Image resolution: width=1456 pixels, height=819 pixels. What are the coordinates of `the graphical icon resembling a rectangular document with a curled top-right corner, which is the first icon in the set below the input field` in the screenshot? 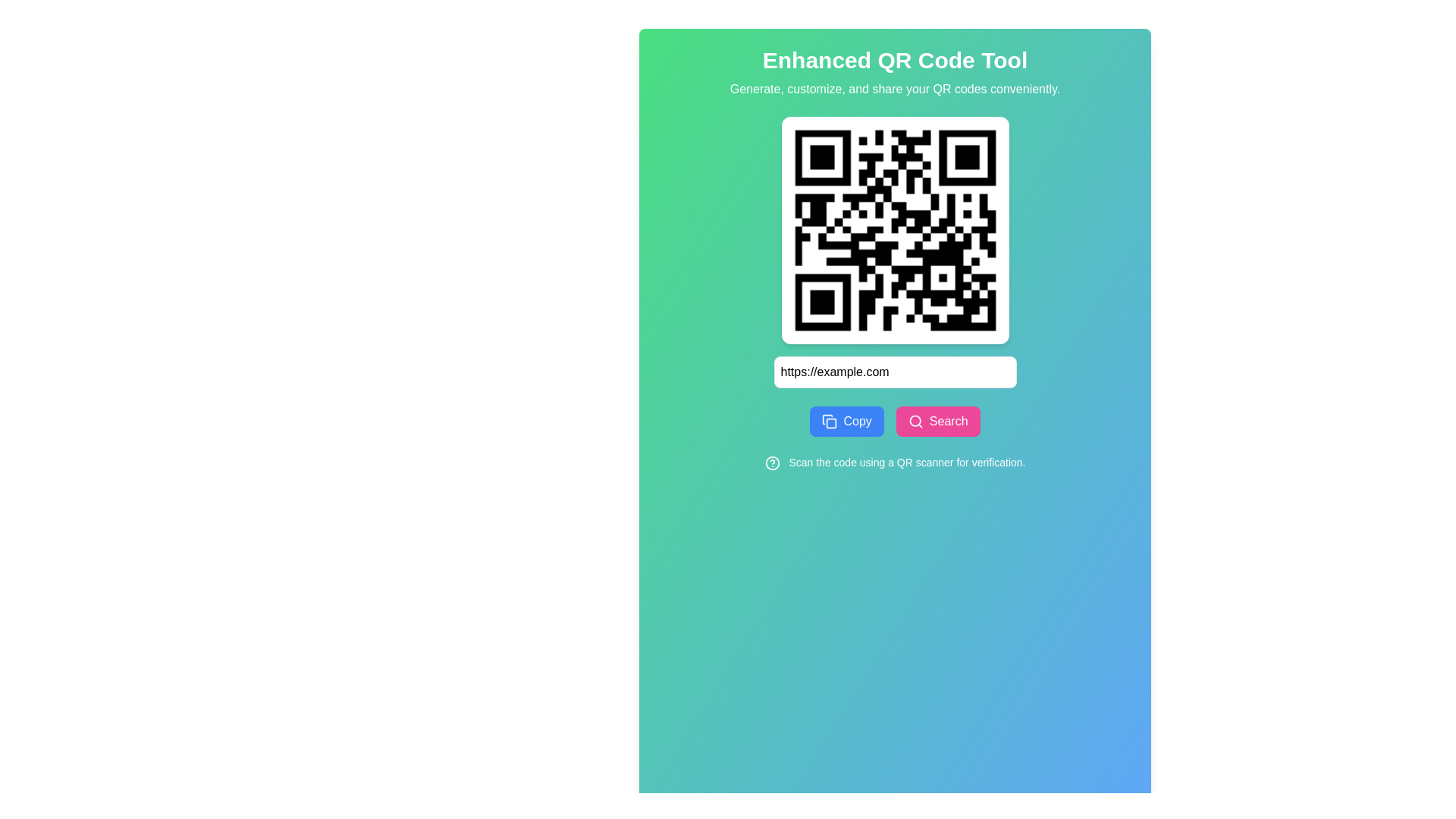 It's located at (827, 419).